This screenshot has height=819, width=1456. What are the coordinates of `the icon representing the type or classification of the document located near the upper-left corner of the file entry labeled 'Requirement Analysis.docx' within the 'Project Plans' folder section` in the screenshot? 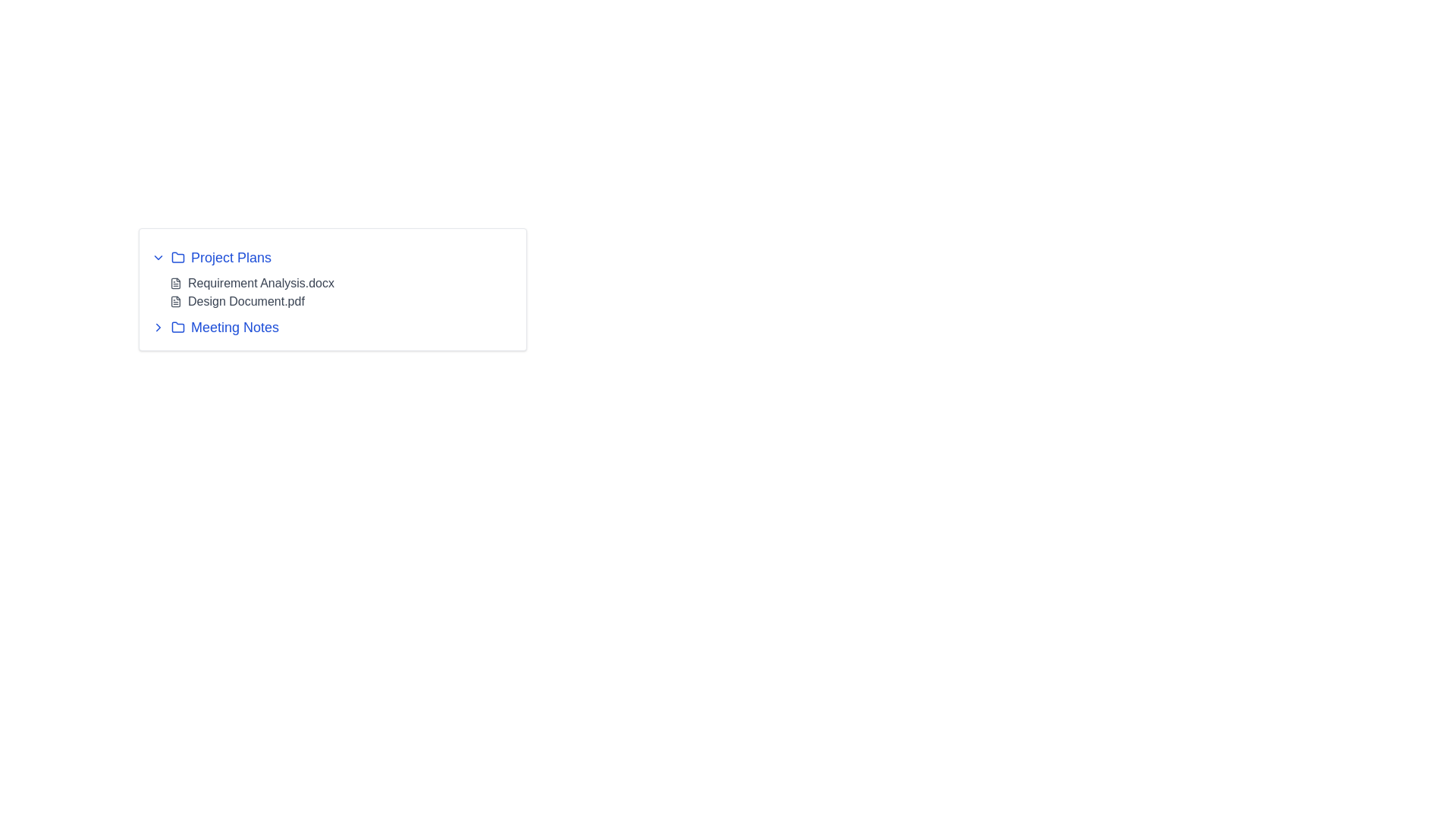 It's located at (175, 284).